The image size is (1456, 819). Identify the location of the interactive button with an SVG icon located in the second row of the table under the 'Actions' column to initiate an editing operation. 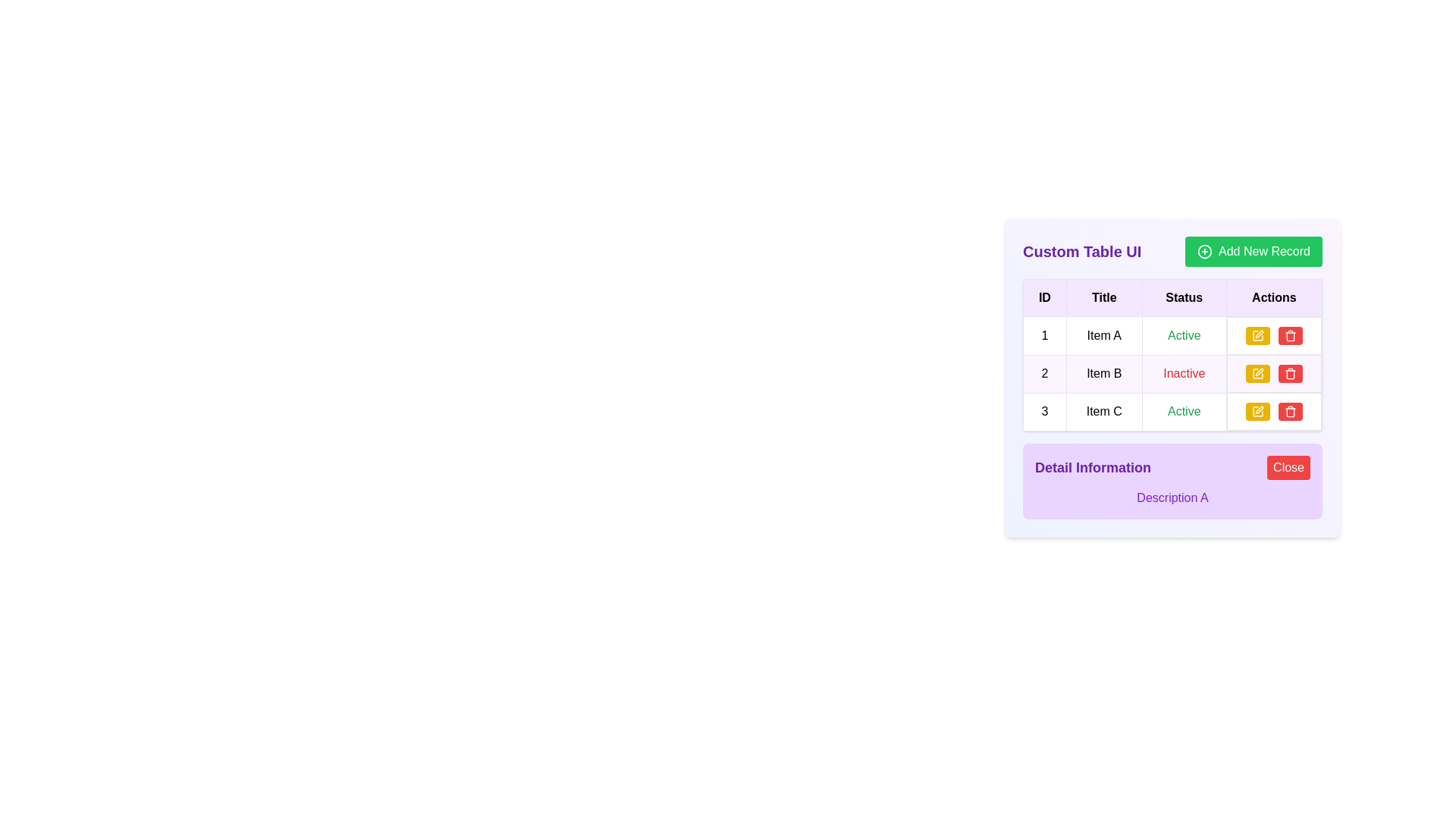
(1257, 374).